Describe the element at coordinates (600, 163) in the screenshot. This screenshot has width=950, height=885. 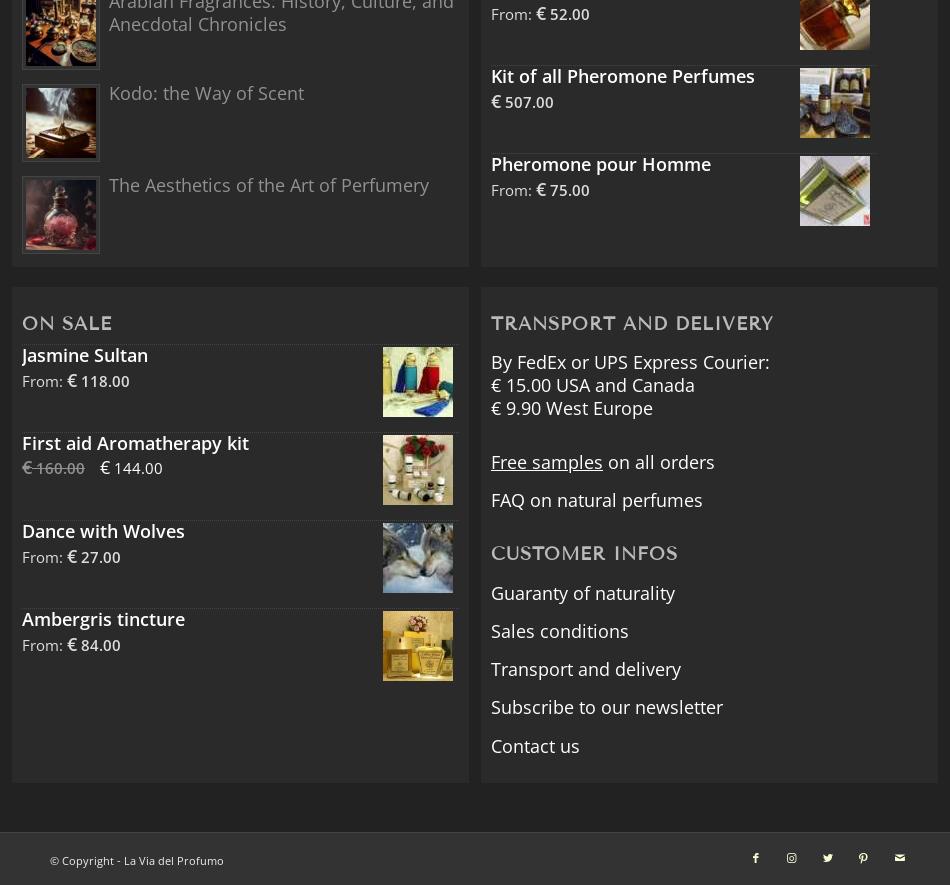
I see `'Pheromone pour Homme'` at that location.